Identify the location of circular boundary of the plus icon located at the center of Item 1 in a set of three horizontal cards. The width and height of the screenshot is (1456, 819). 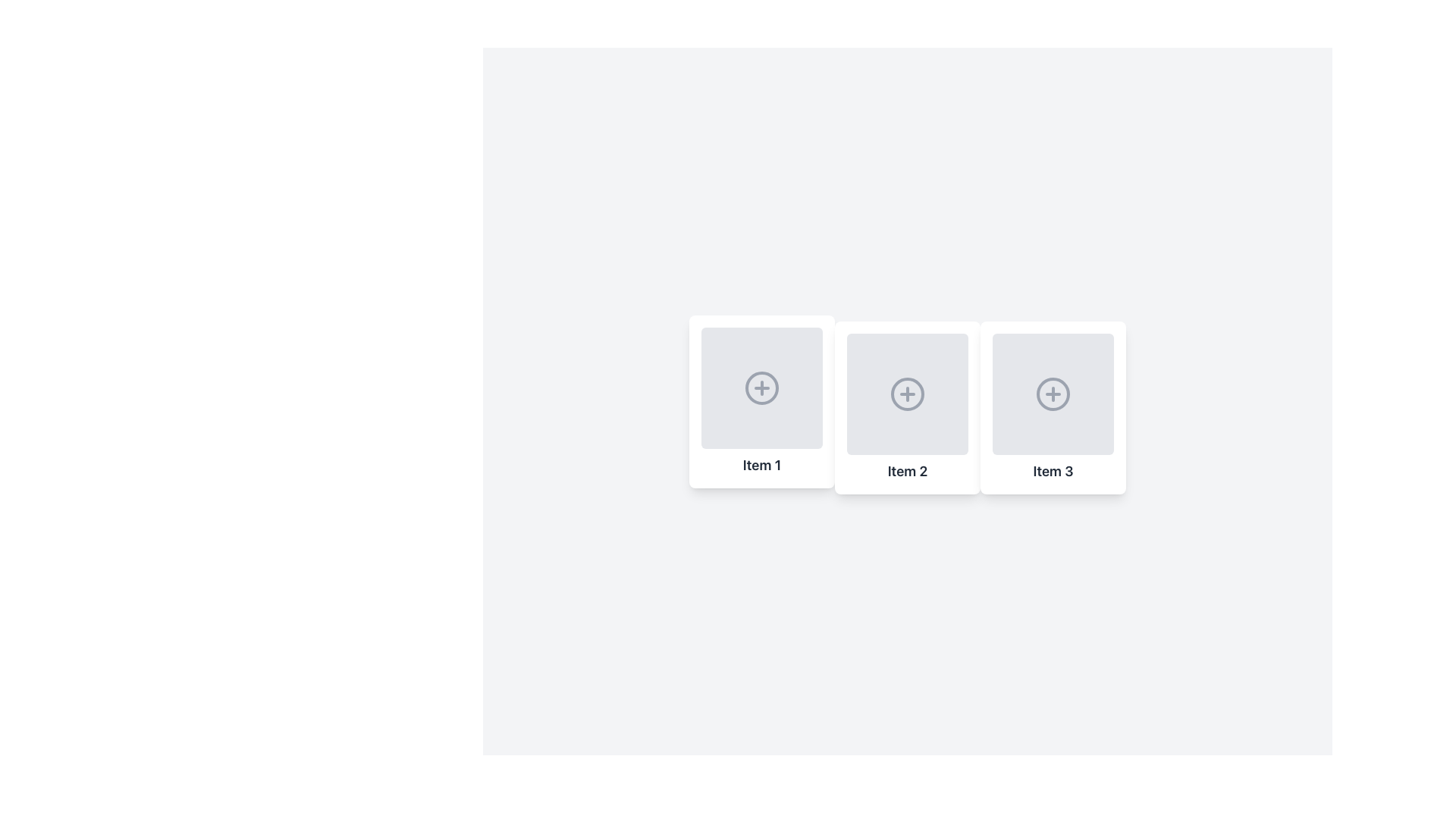
(761, 387).